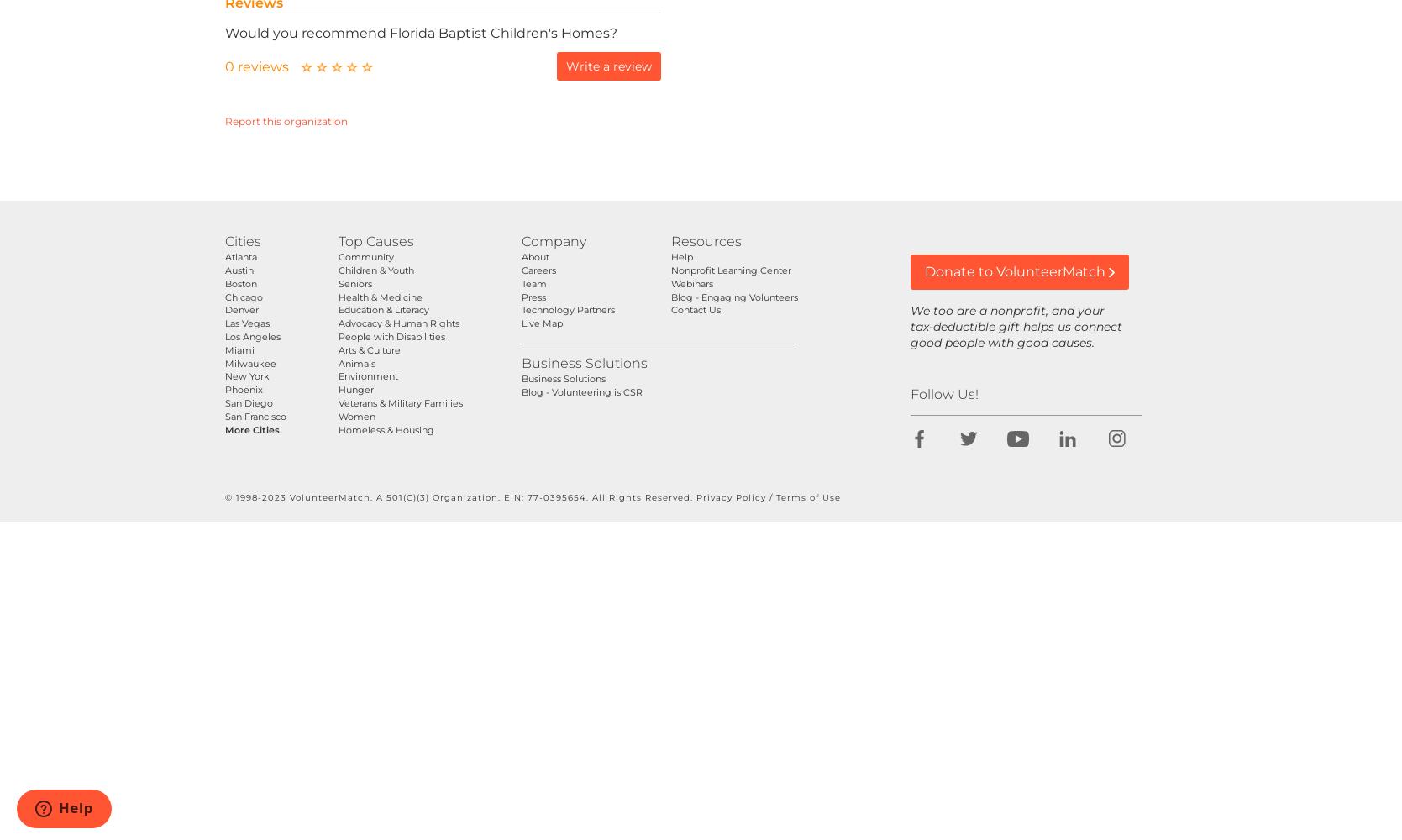 Image resolution: width=1402 pixels, height=840 pixels. I want to click on 'Environment', so click(367, 375).